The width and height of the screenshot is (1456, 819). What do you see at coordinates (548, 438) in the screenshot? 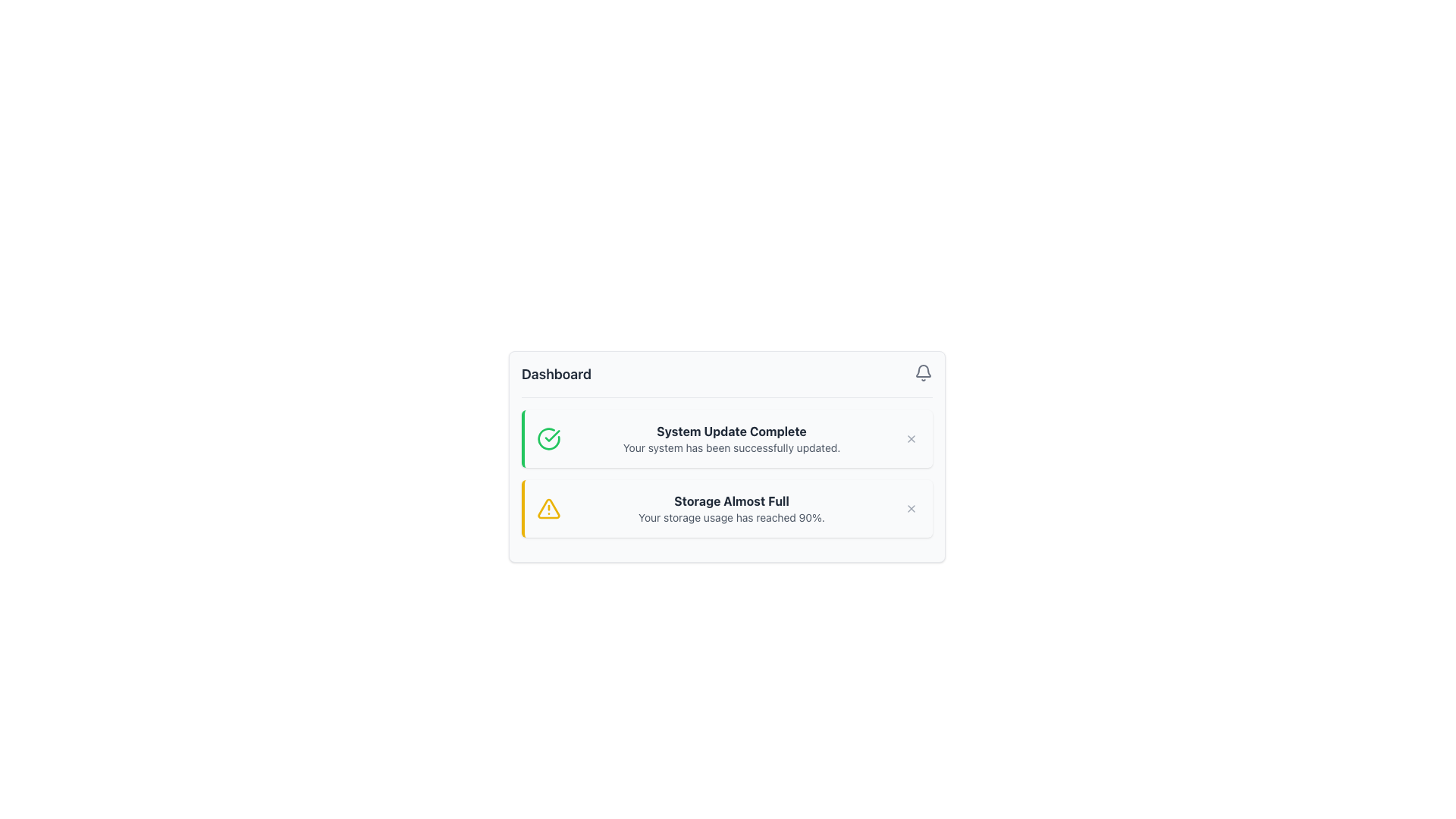
I see `the green circular checkmark icon representing a success status for the 'System Update Complete' notification` at bounding box center [548, 438].